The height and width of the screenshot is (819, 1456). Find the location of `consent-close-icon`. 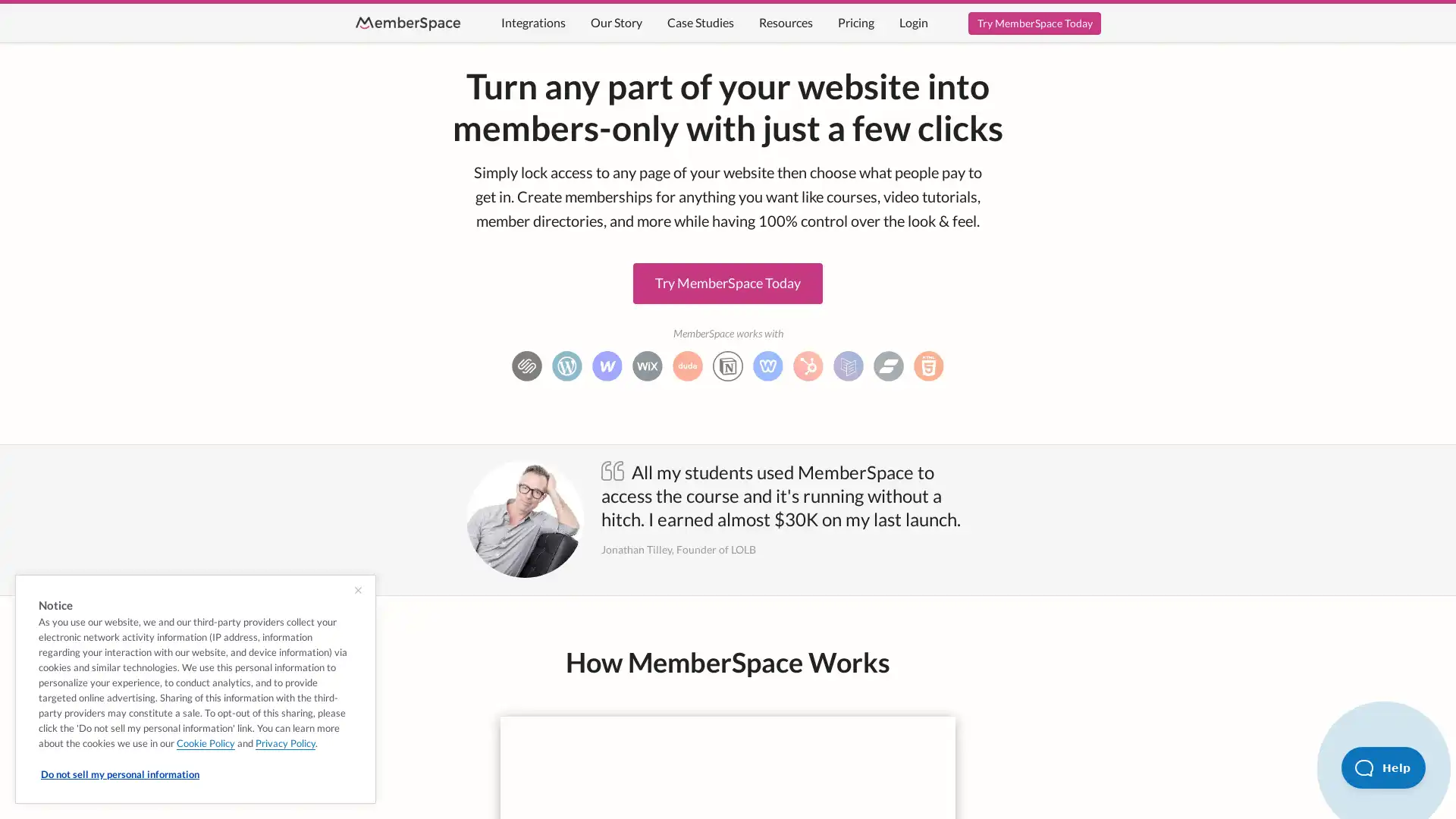

consent-close-icon is located at coordinates (357, 590).